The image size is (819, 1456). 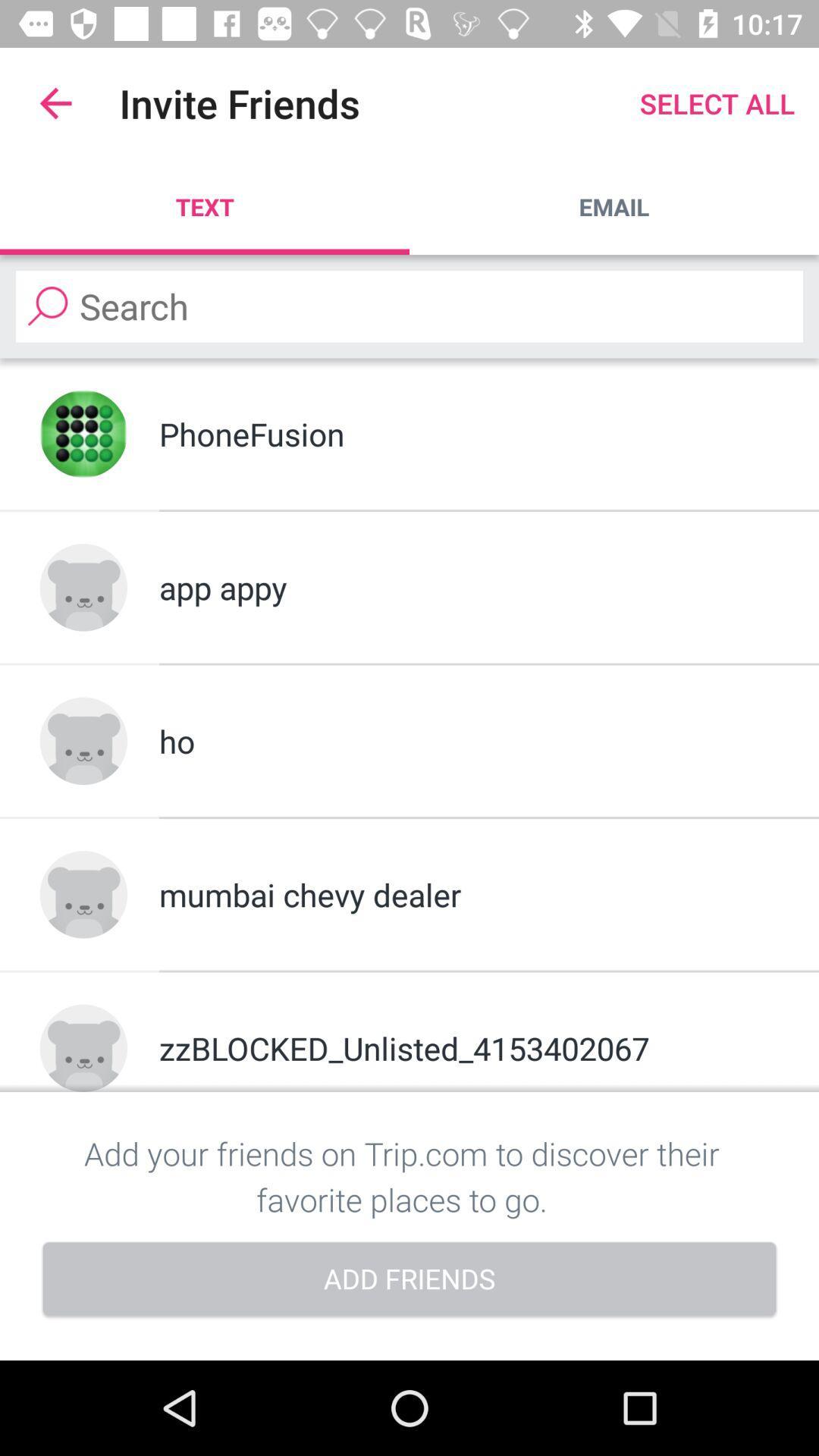 What do you see at coordinates (409, 306) in the screenshot?
I see `search terms` at bounding box center [409, 306].